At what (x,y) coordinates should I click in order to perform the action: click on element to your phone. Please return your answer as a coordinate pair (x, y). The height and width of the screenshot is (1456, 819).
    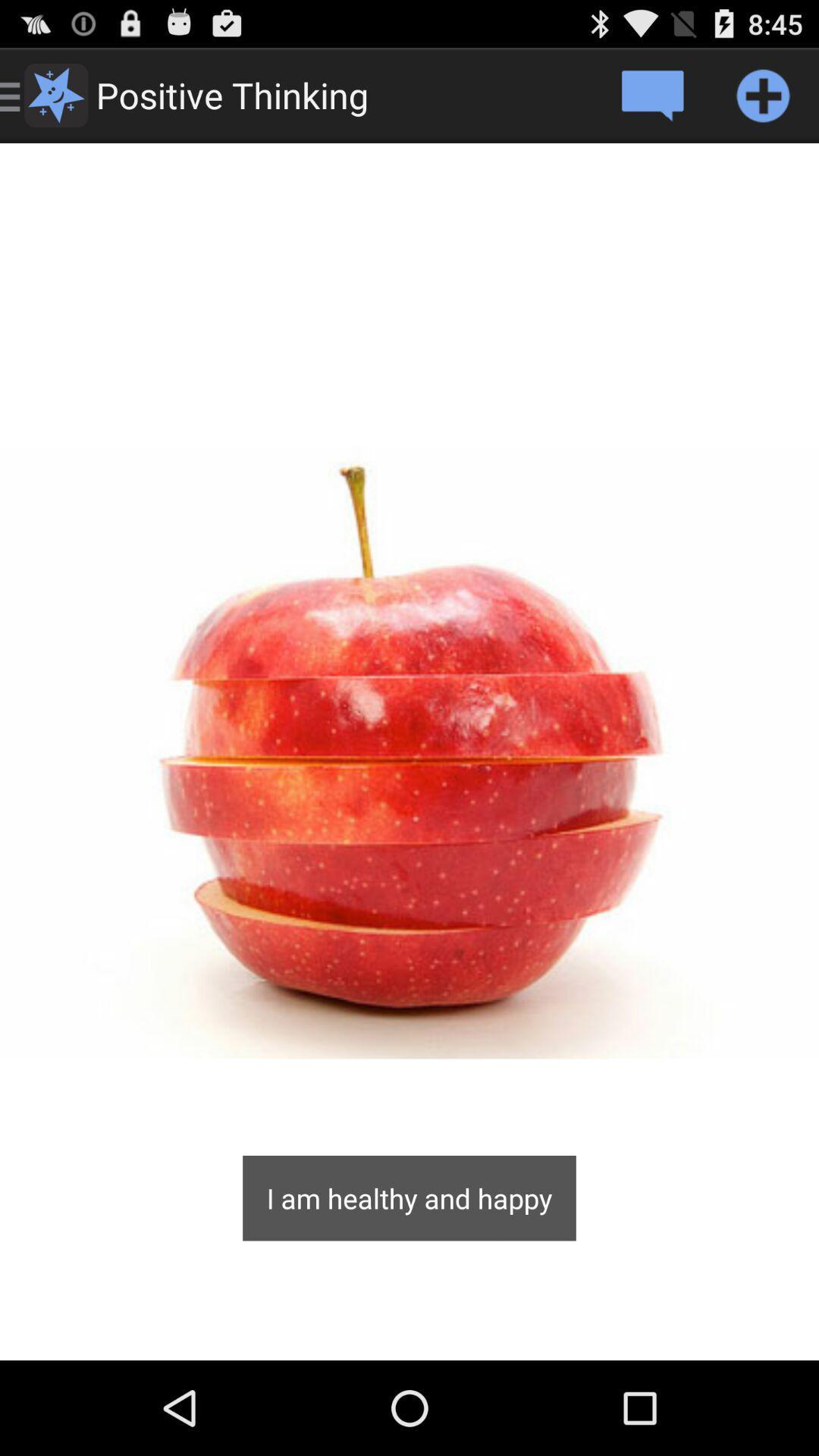
    Looking at the image, I should click on (763, 94).